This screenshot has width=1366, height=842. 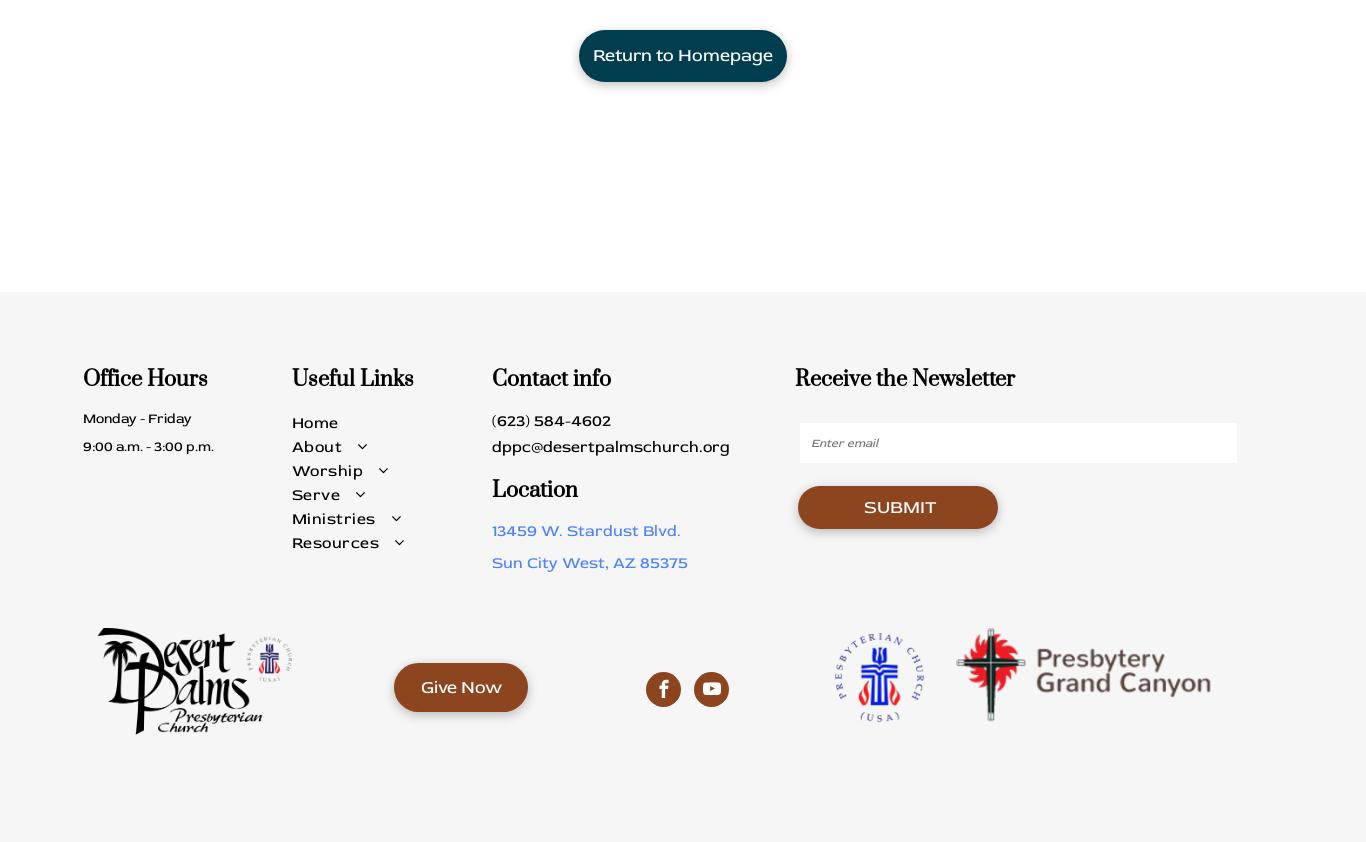 I want to click on 'Give Now', so click(x=460, y=686).